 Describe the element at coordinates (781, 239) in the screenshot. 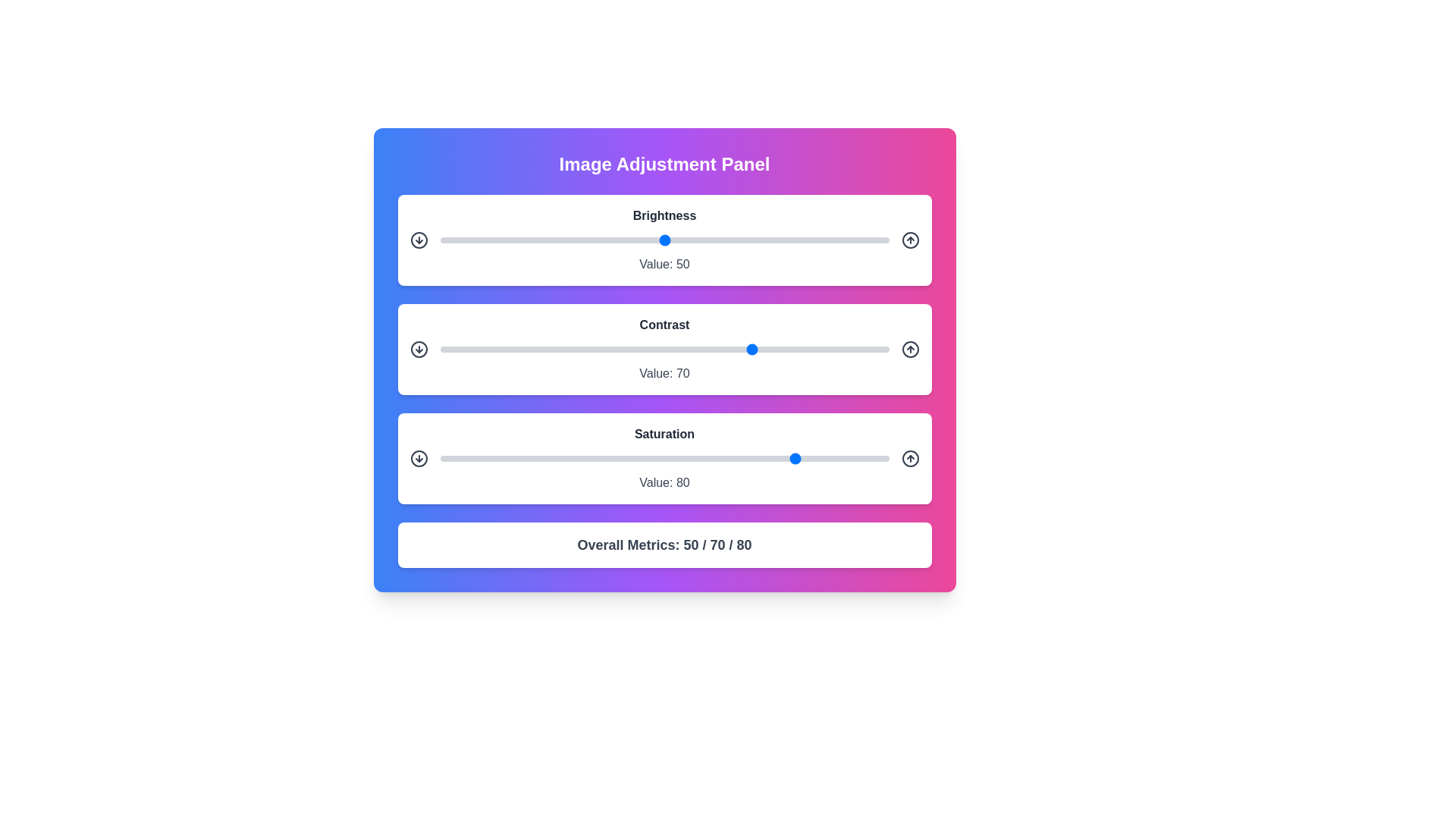

I see `brightness` at that location.